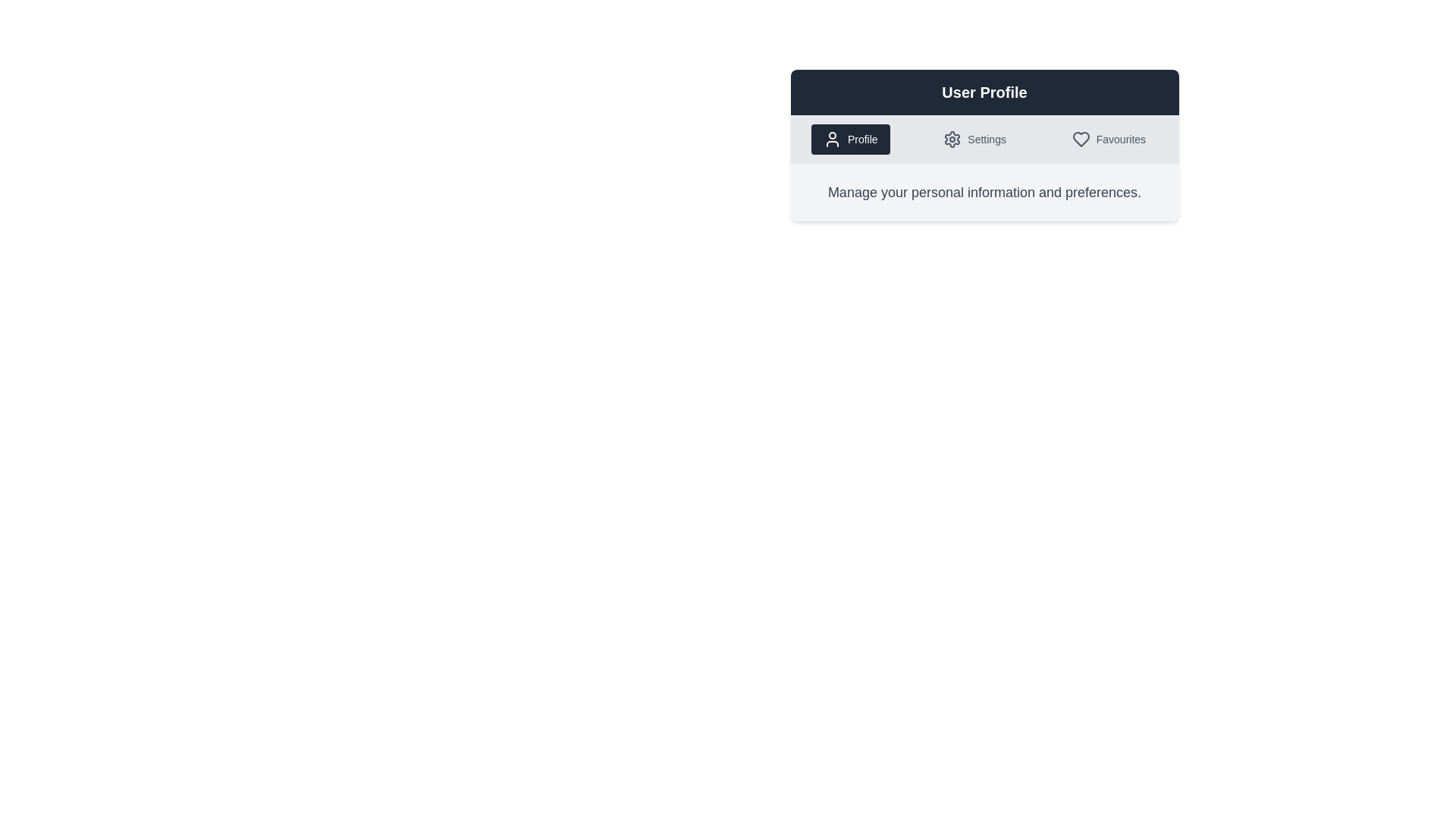 The height and width of the screenshot is (819, 1456). Describe the element at coordinates (850, 140) in the screenshot. I see `the Profile tab by clicking on it` at that location.